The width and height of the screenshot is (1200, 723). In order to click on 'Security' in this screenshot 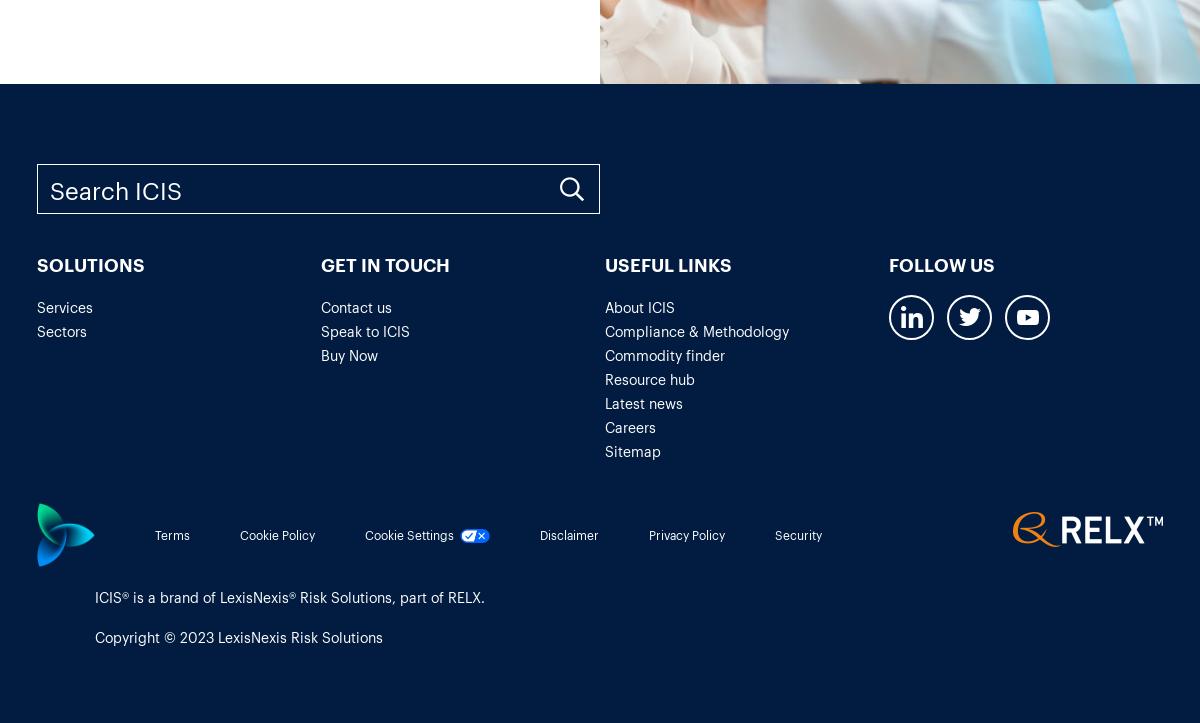, I will do `click(797, 533)`.